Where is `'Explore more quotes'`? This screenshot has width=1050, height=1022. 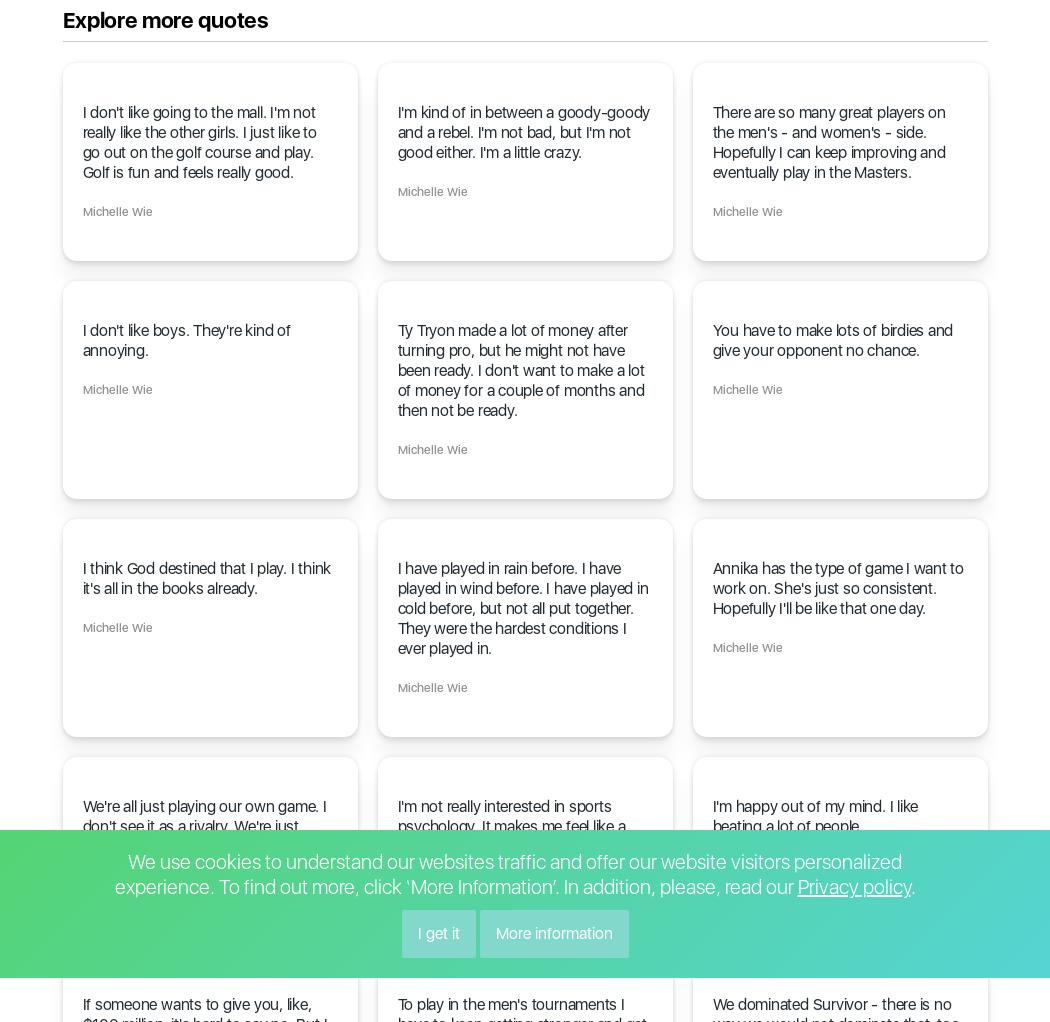
'Explore more quotes' is located at coordinates (164, 19).